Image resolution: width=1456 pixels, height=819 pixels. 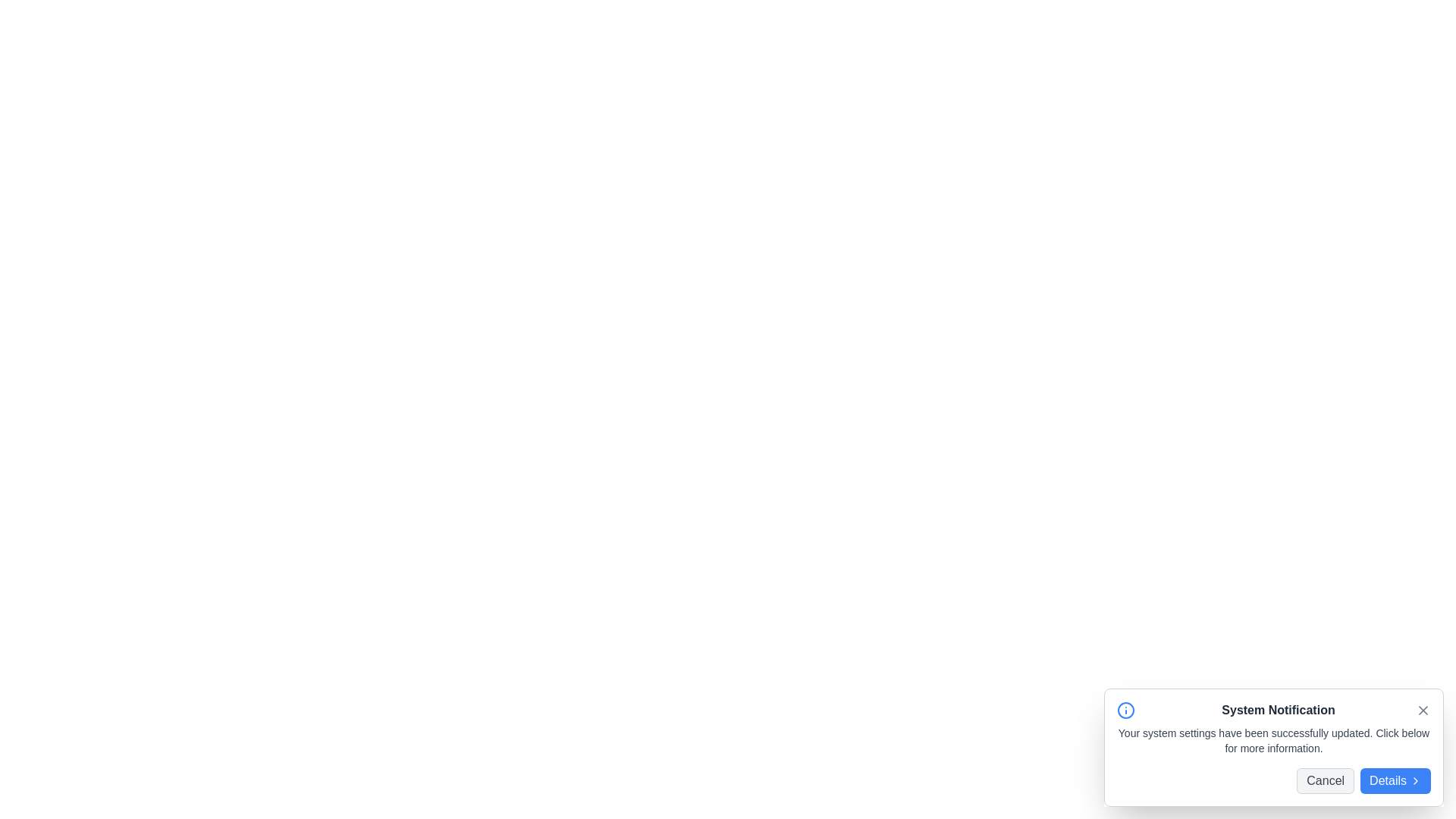 What do you see at coordinates (1422, 711) in the screenshot?
I see `the icon button located at the rightmost position in the notification modal to change its appearance` at bounding box center [1422, 711].